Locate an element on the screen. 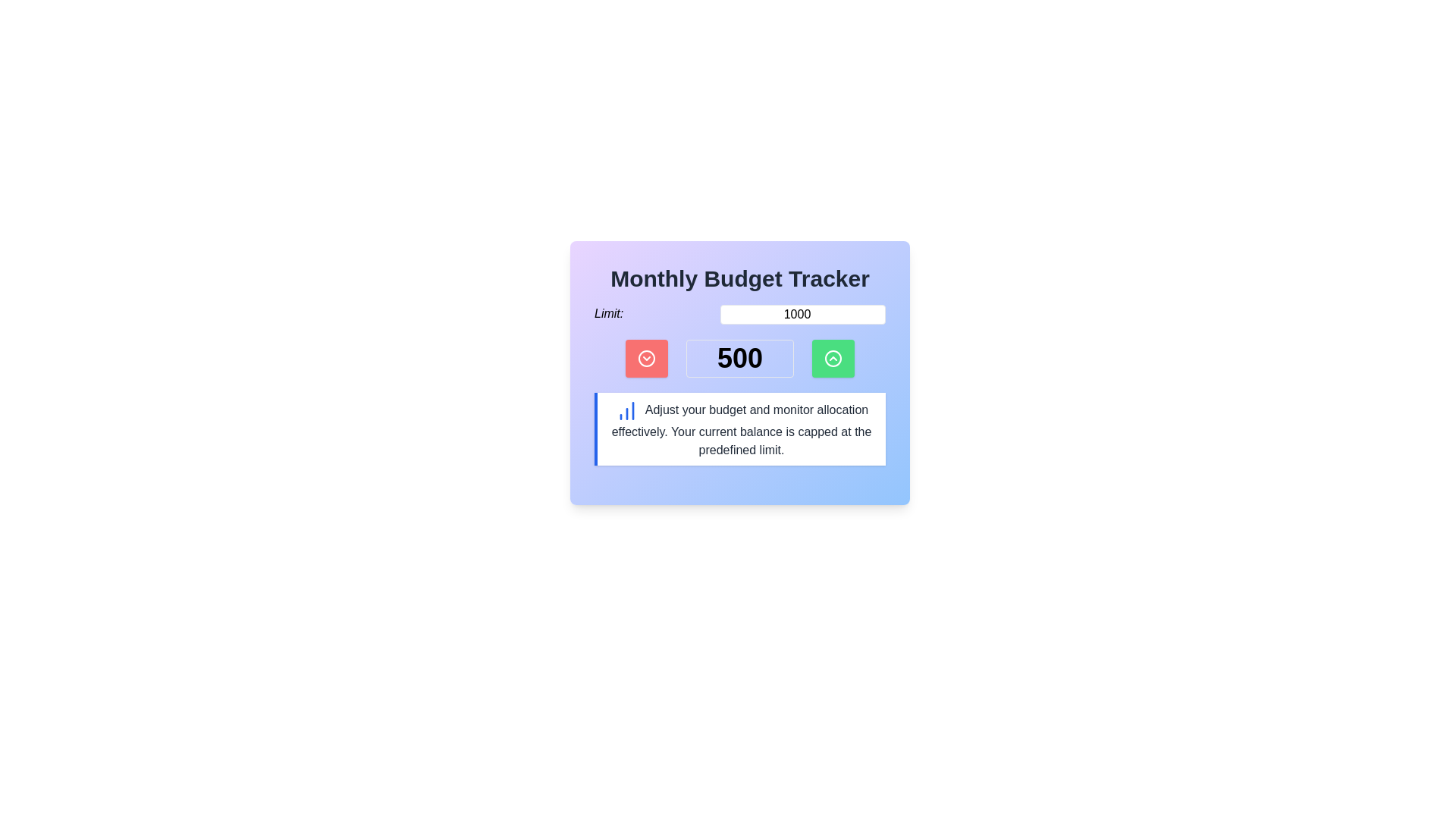 The height and width of the screenshot is (819, 1456). the red circular graphical icon component with a white border that resembles a downward-facing chevron is located at coordinates (646, 359).